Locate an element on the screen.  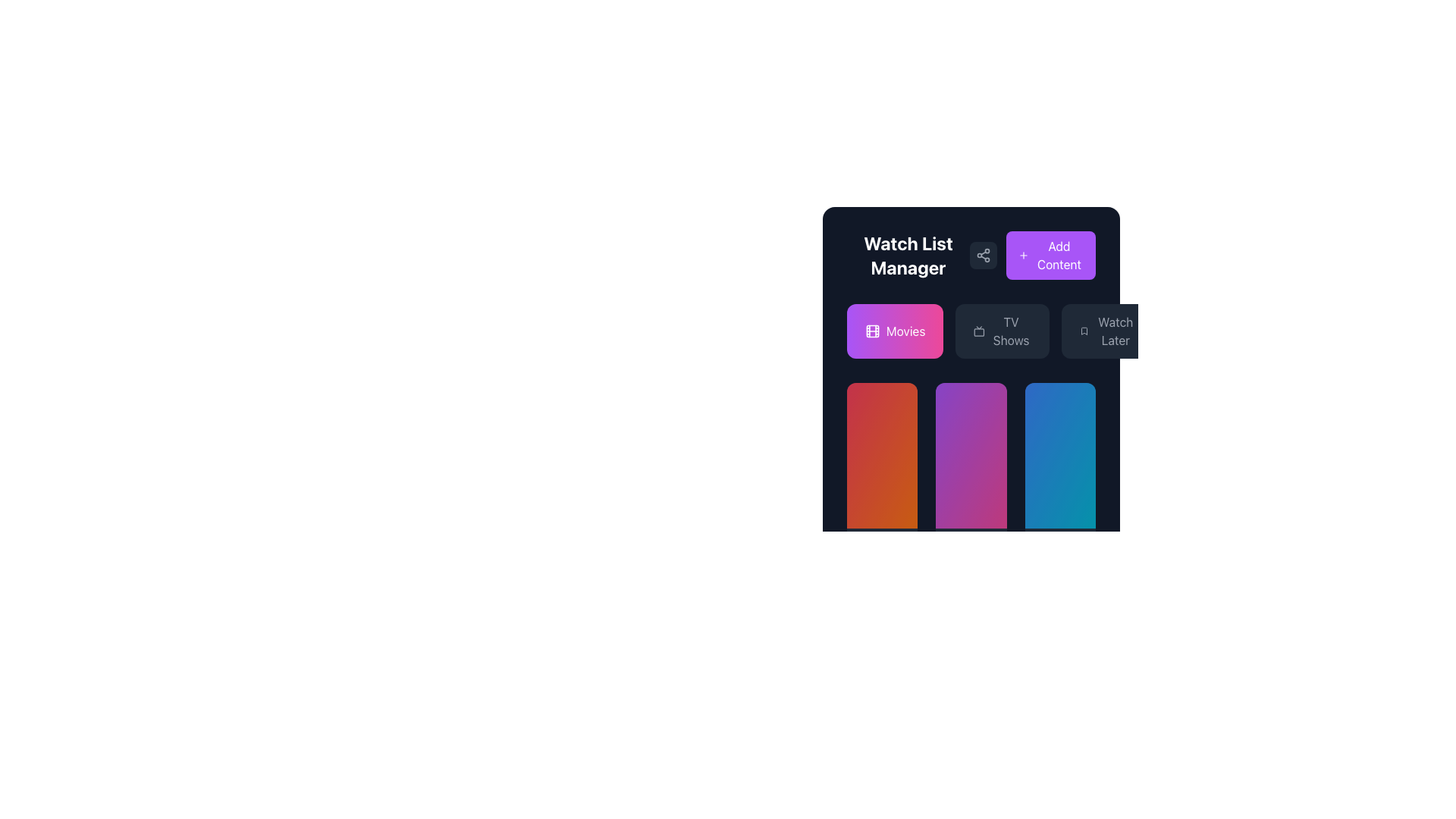
the second button in the horizontal group, which navigates to TV shows is located at coordinates (971, 359).